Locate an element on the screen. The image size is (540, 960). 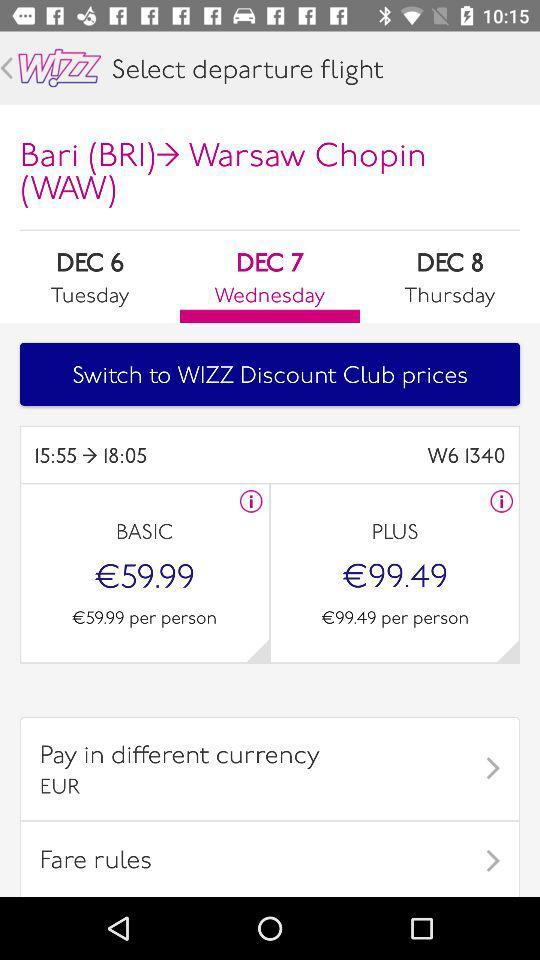
next page is located at coordinates (258, 649).